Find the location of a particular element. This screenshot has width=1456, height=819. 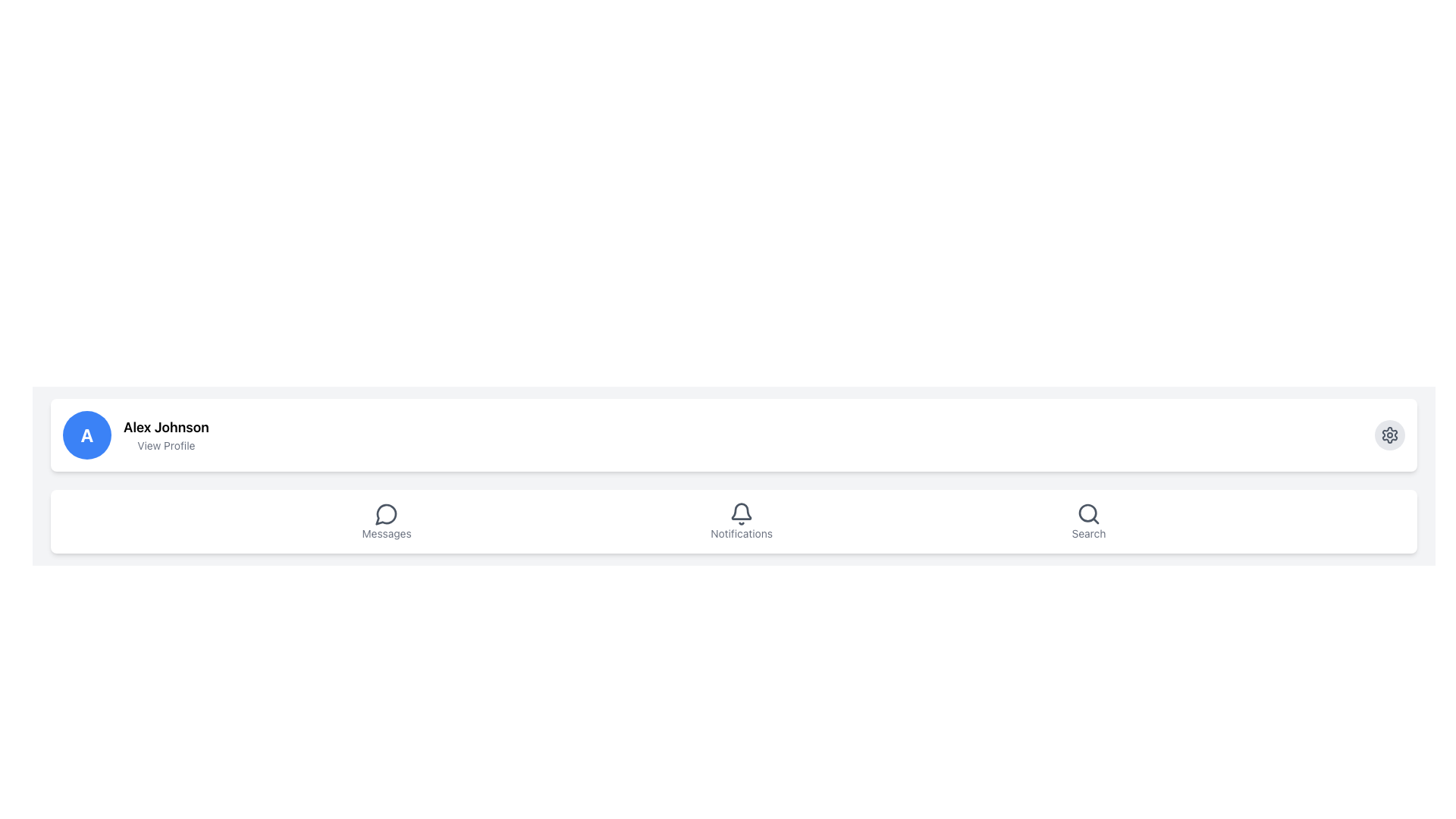

the circular component within the magnifying glass icon located to the right of the navigation bar labeled 'Search' is located at coordinates (1087, 512).